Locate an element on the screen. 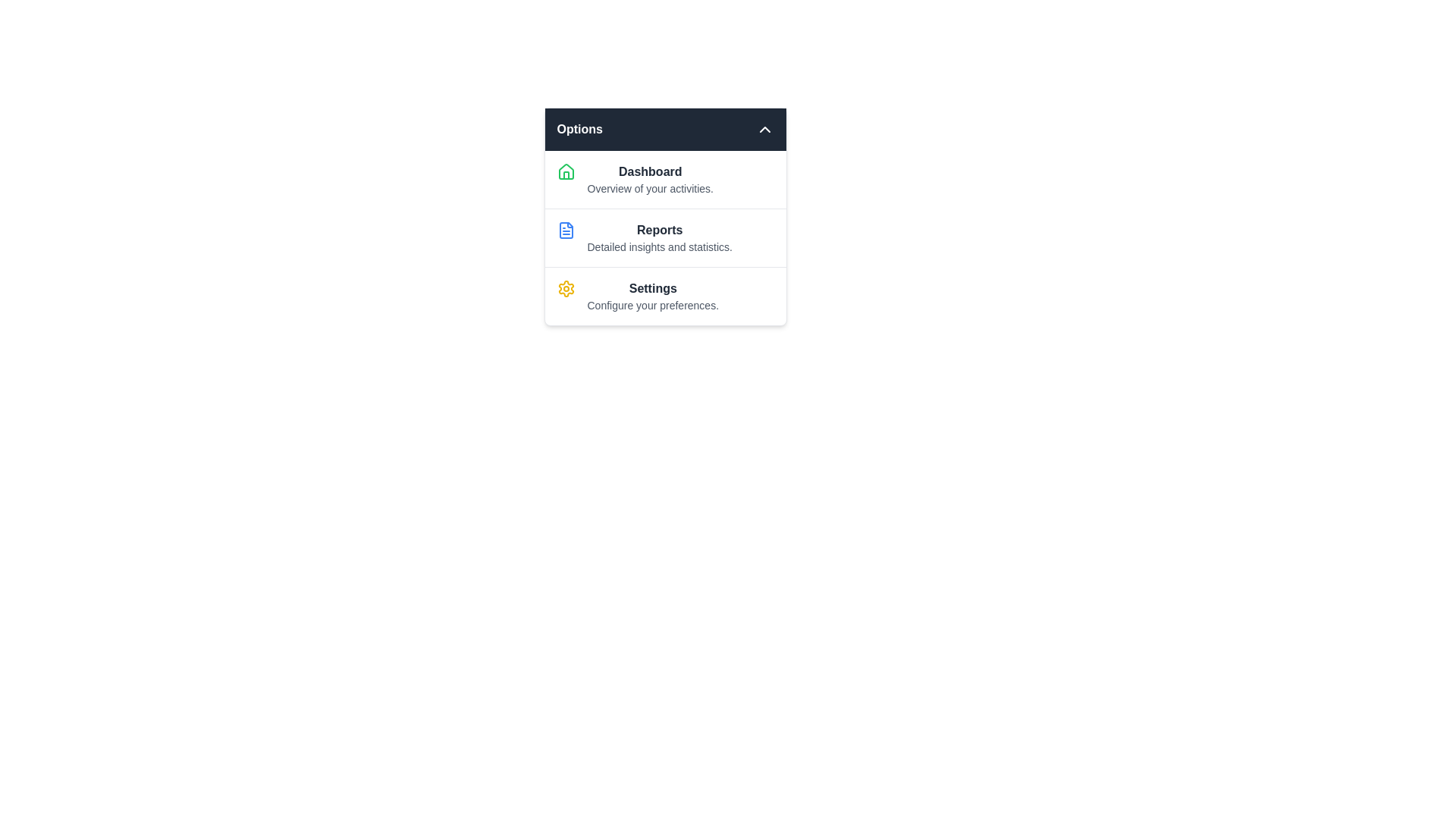 Image resolution: width=1456 pixels, height=819 pixels. the 'Reports' section of the Navigation Panel is located at coordinates (665, 216).